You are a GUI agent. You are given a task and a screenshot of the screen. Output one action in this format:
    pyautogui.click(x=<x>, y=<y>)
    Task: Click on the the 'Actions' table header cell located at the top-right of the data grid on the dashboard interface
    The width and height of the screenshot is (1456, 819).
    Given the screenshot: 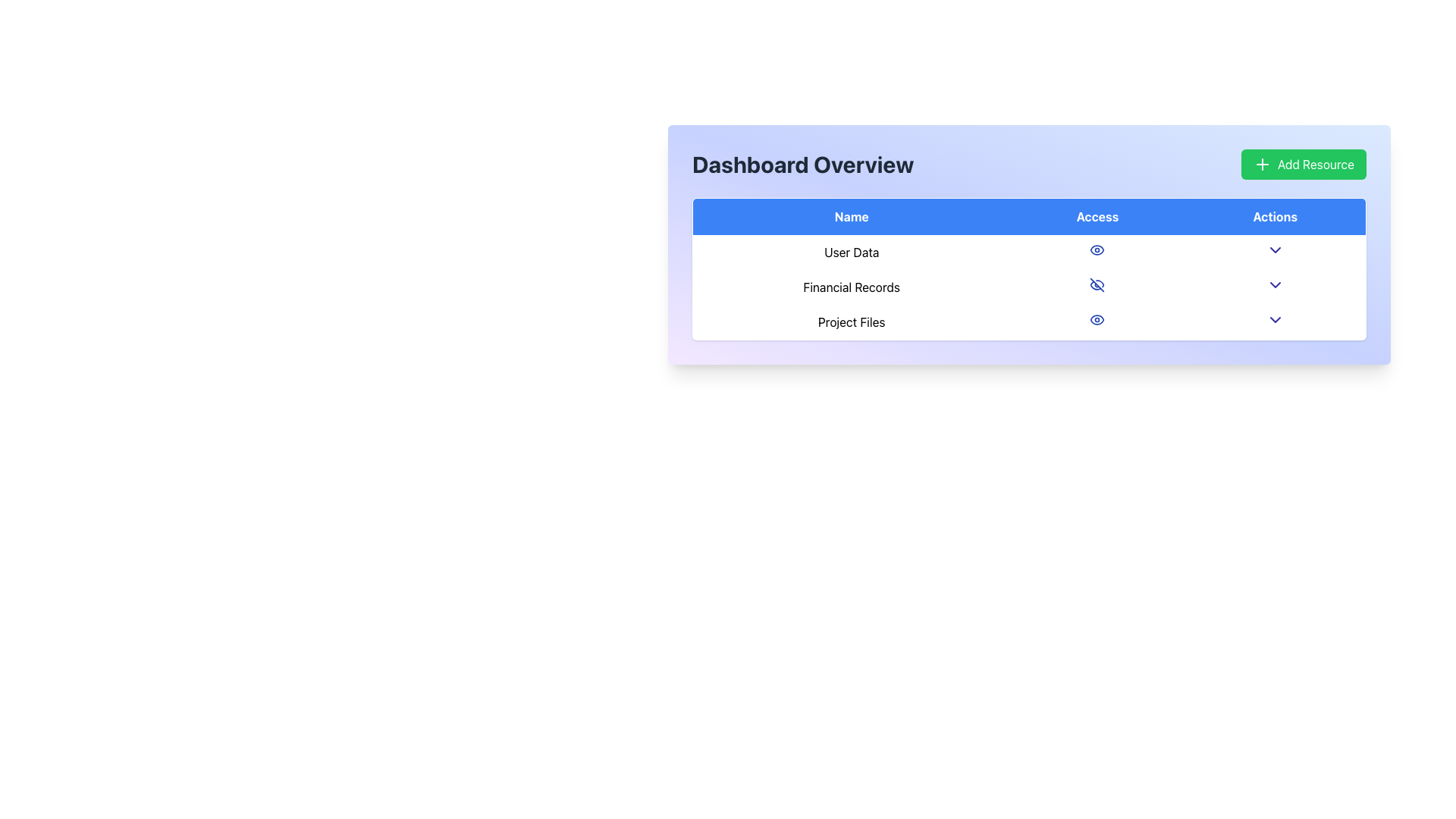 What is the action you would take?
    pyautogui.click(x=1274, y=216)
    